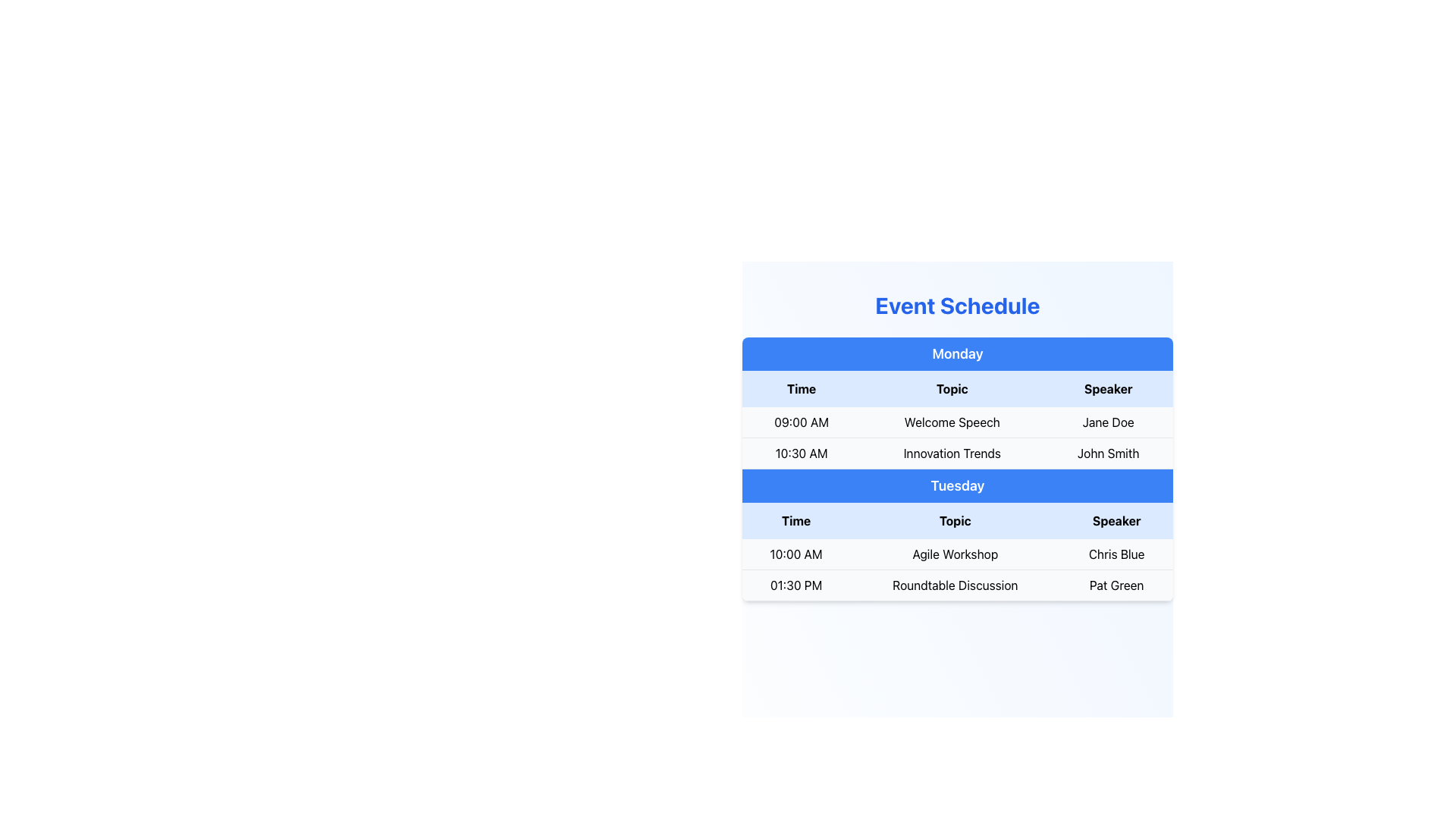 The image size is (1456, 819). I want to click on event details displayed in the second row under the 'Tuesday' section of the table, which includes the time, topic, and speaker of the session happening at 01:30 PM, so click(956, 584).